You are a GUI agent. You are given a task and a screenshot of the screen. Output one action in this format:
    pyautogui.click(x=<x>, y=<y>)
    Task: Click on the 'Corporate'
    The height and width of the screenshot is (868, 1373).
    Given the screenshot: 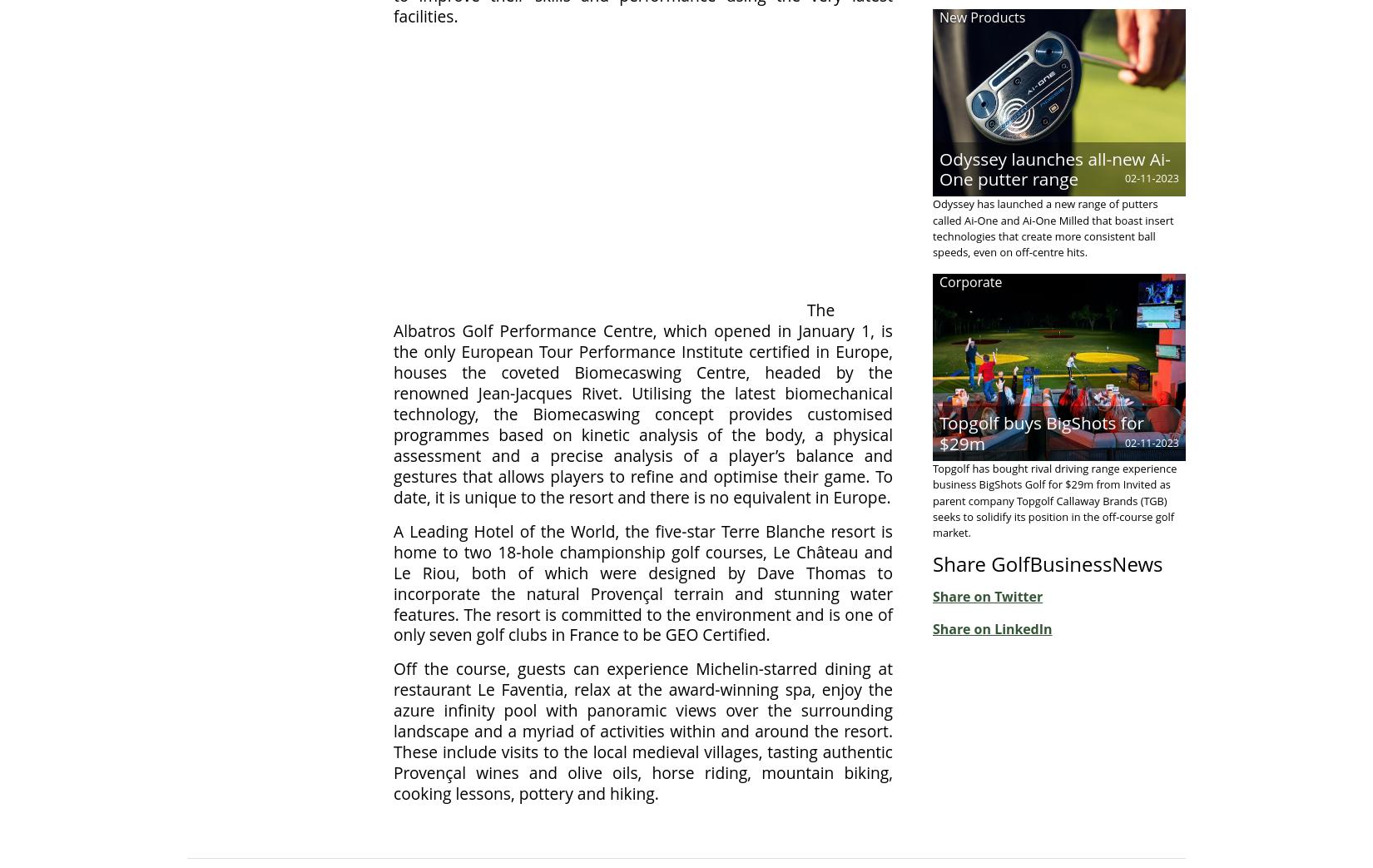 What is the action you would take?
    pyautogui.click(x=970, y=280)
    